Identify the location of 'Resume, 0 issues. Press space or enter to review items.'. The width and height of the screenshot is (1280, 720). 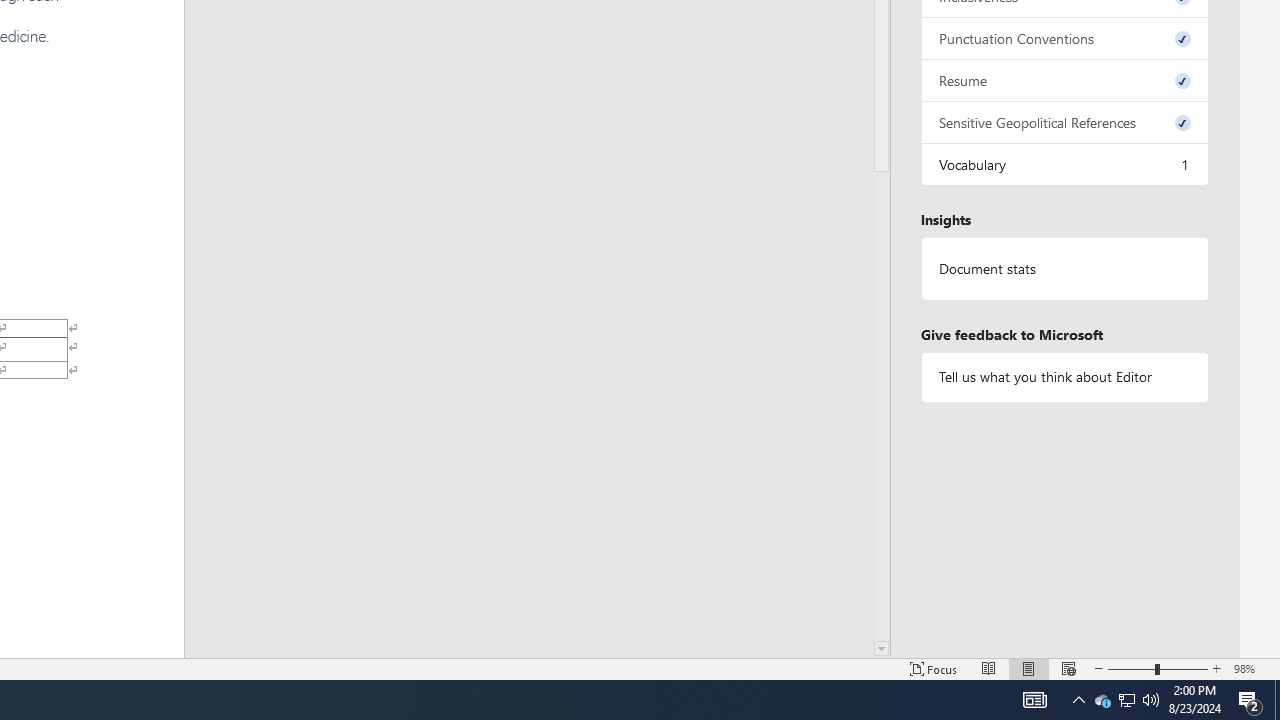
(1063, 79).